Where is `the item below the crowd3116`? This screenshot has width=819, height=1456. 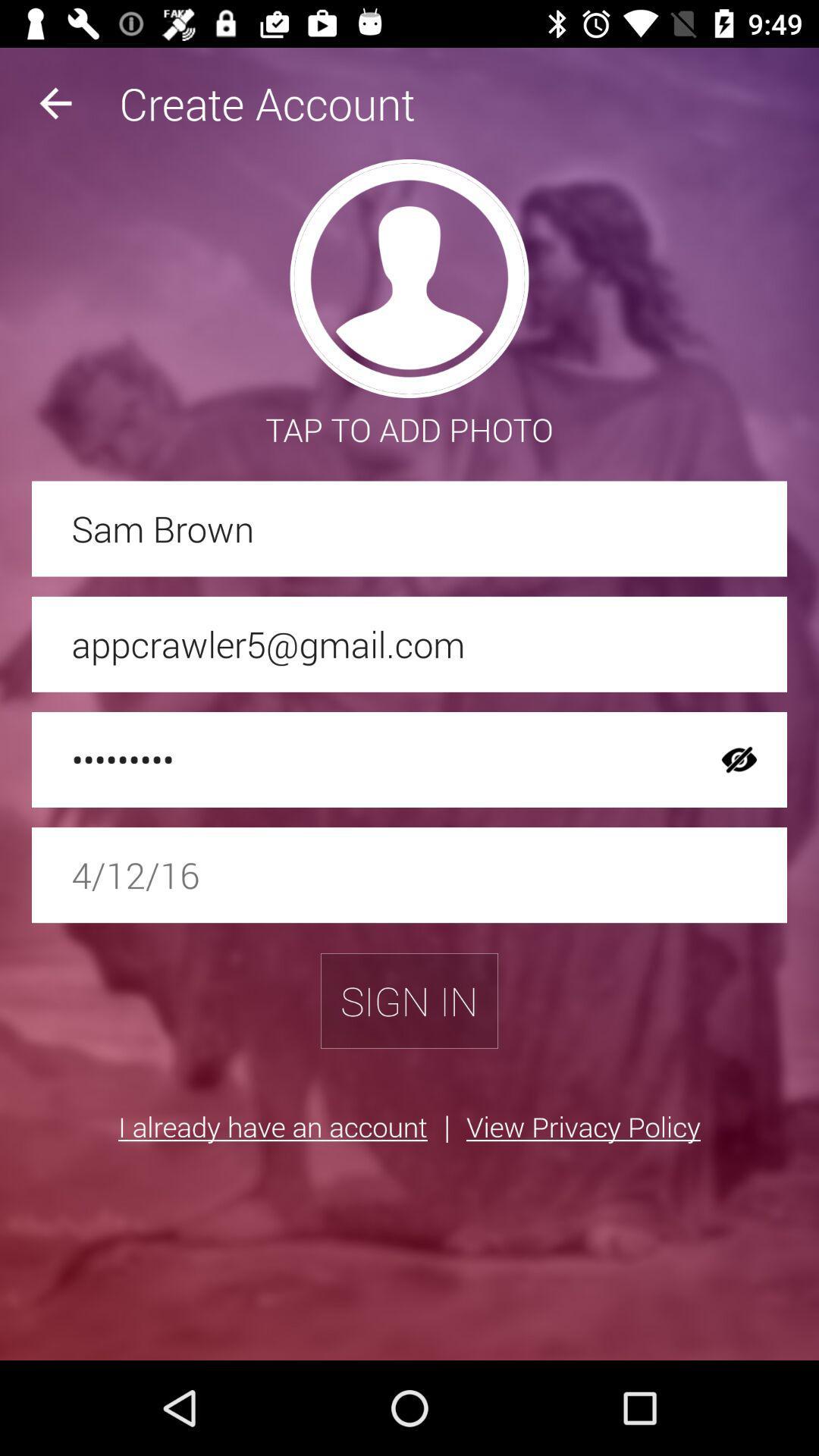 the item below the crowd3116 is located at coordinates (409, 875).